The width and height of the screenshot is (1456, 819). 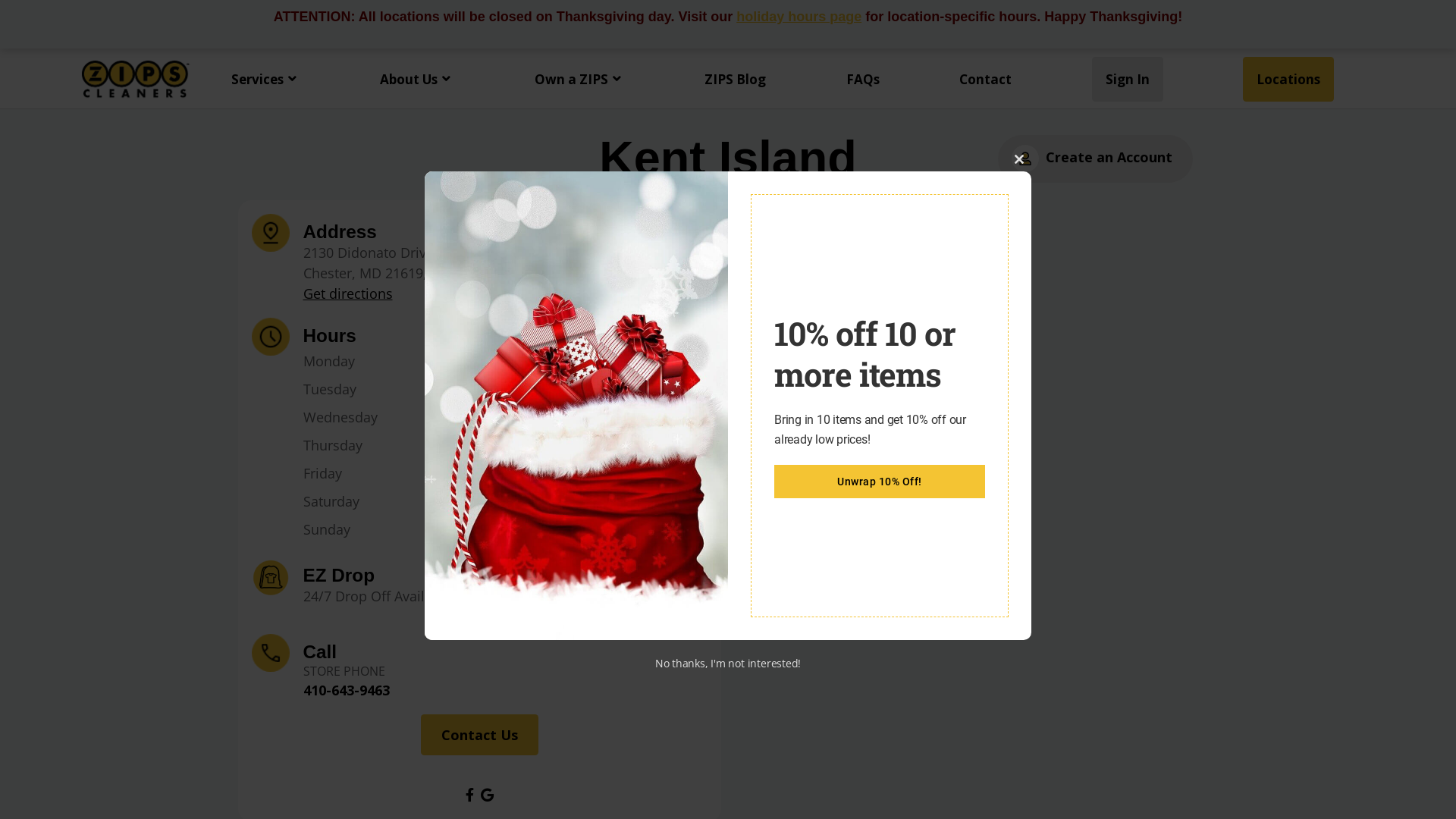 What do you see at coordinates (735, 79) in the screenshot?
I see `'ZIPS Blog'` at bounding box center [735, 79].